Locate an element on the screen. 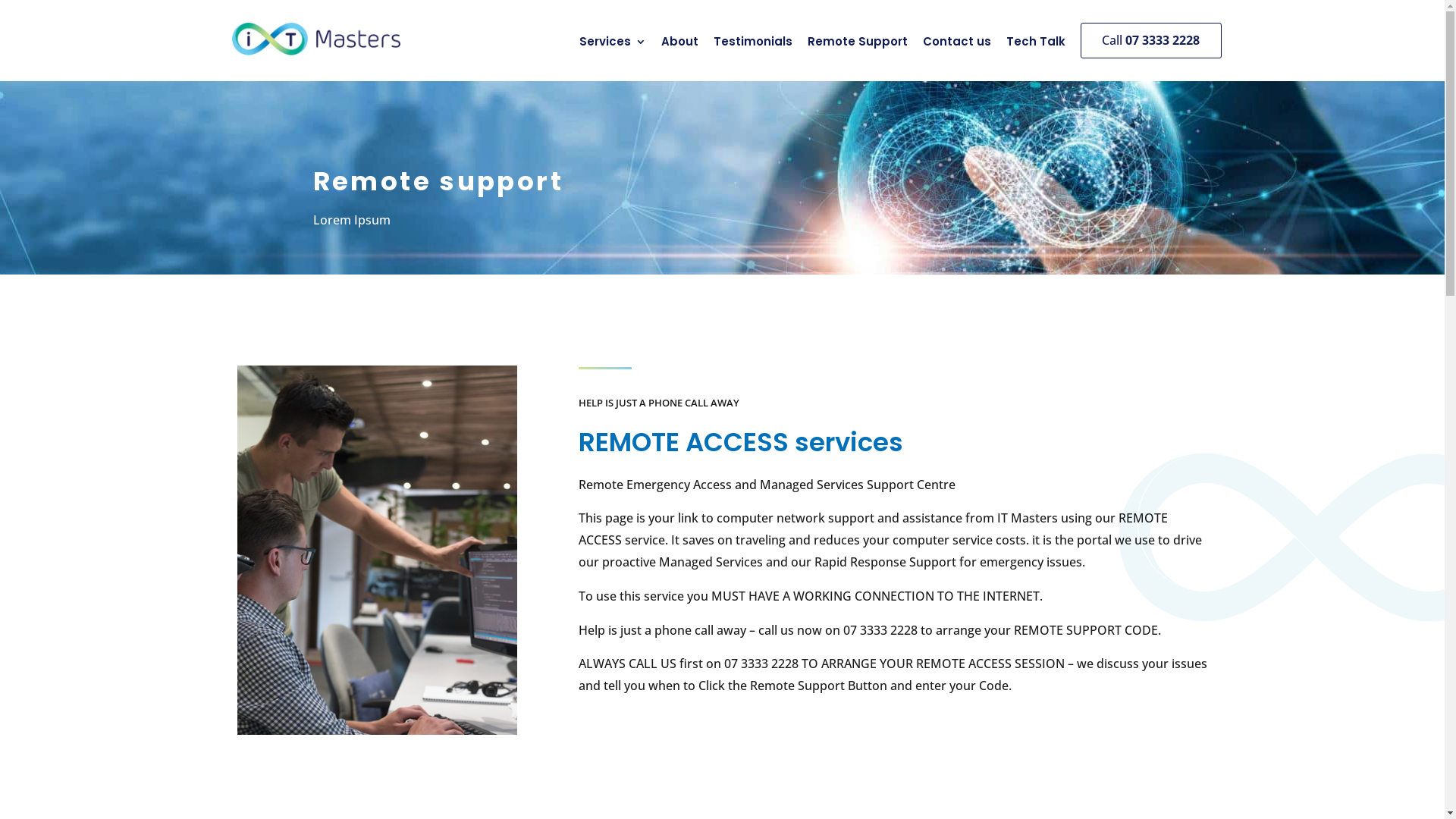 Image resolution: width=1456 pixels, height=819 pixels. 'Services' is located at coordinates (607, 43).